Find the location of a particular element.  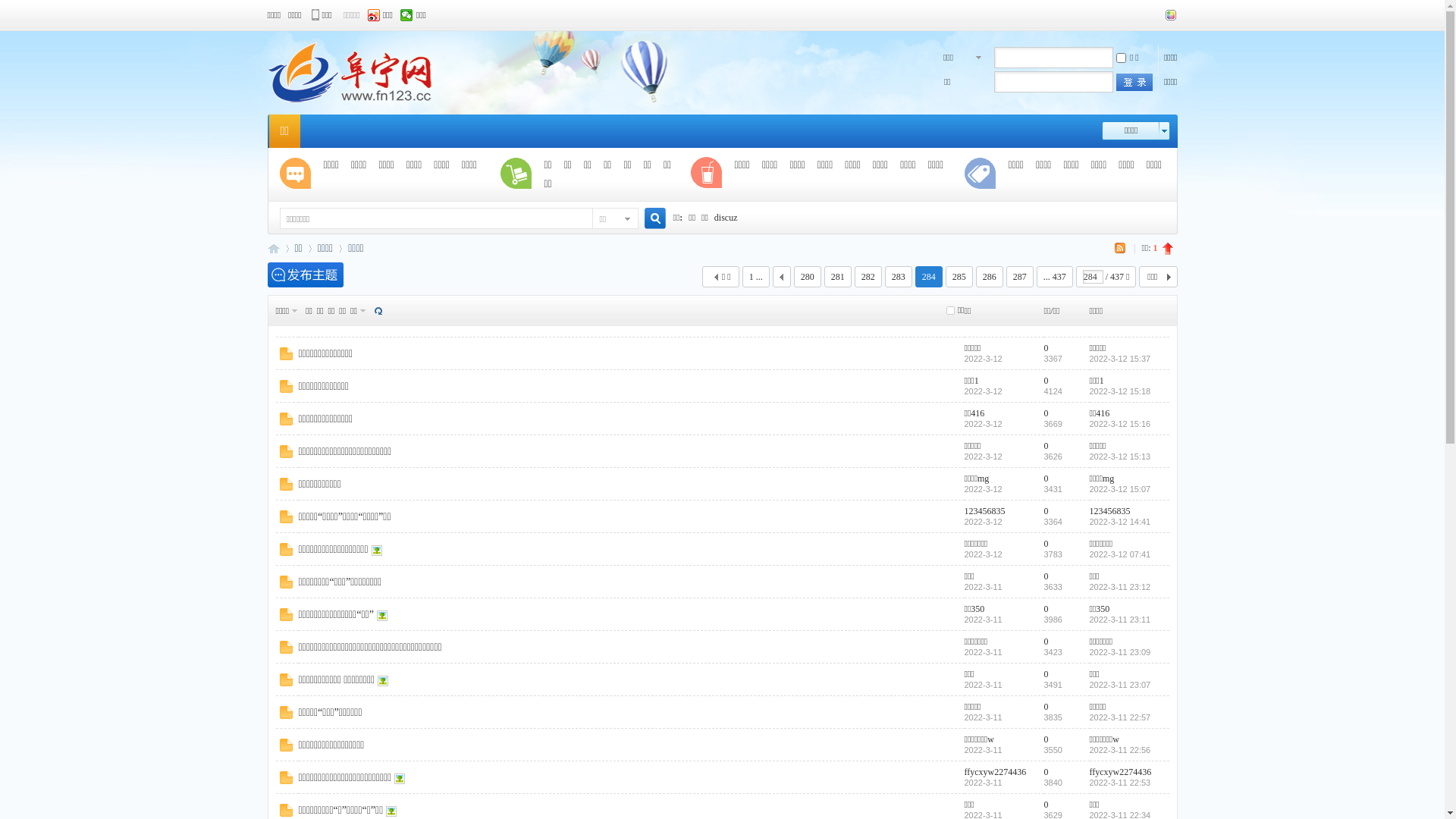

'2022-3-12 15:37' is located at coordinates (1119, 359).